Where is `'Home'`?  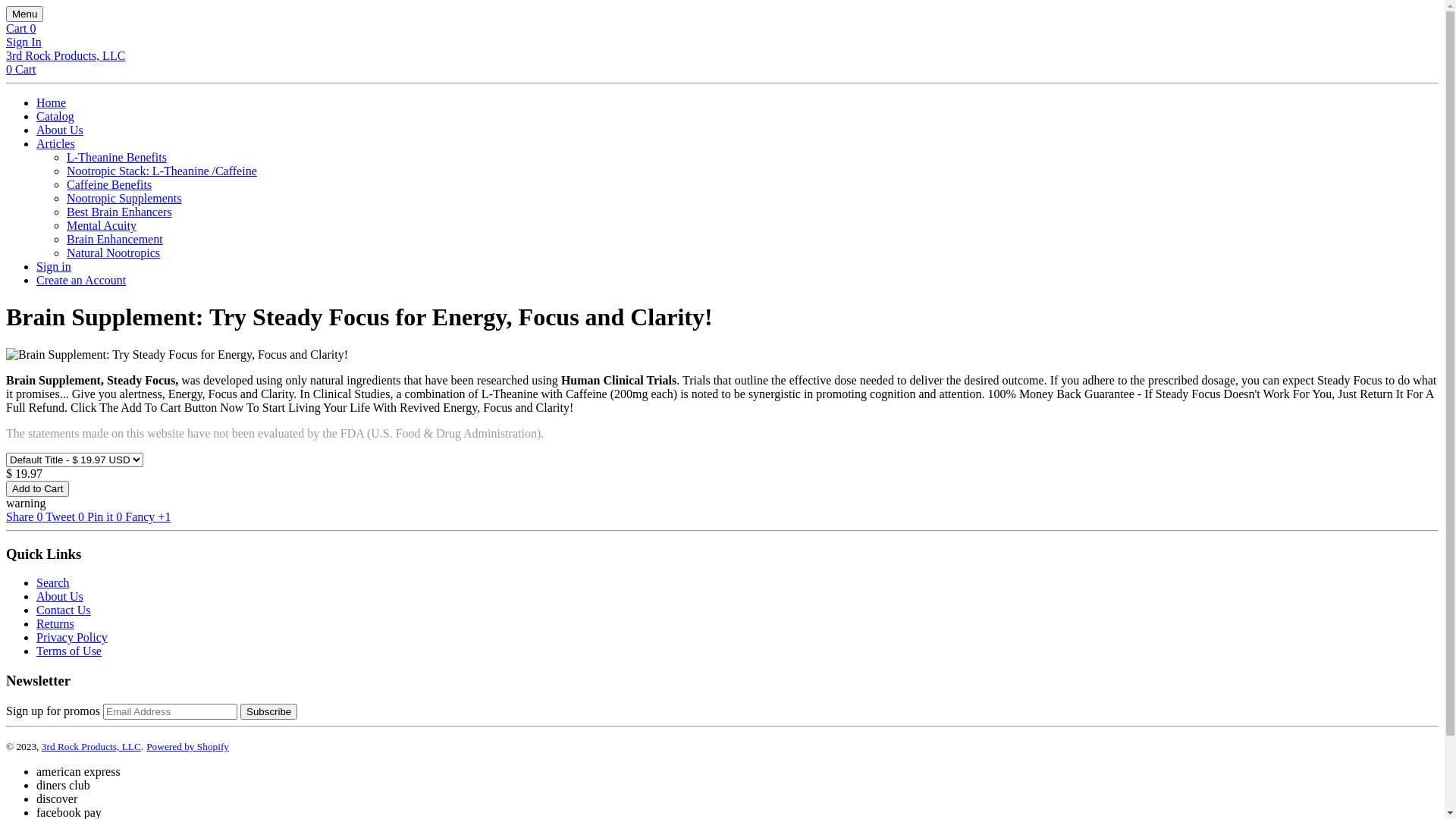 'Home' is located at coordinates (51, 102).